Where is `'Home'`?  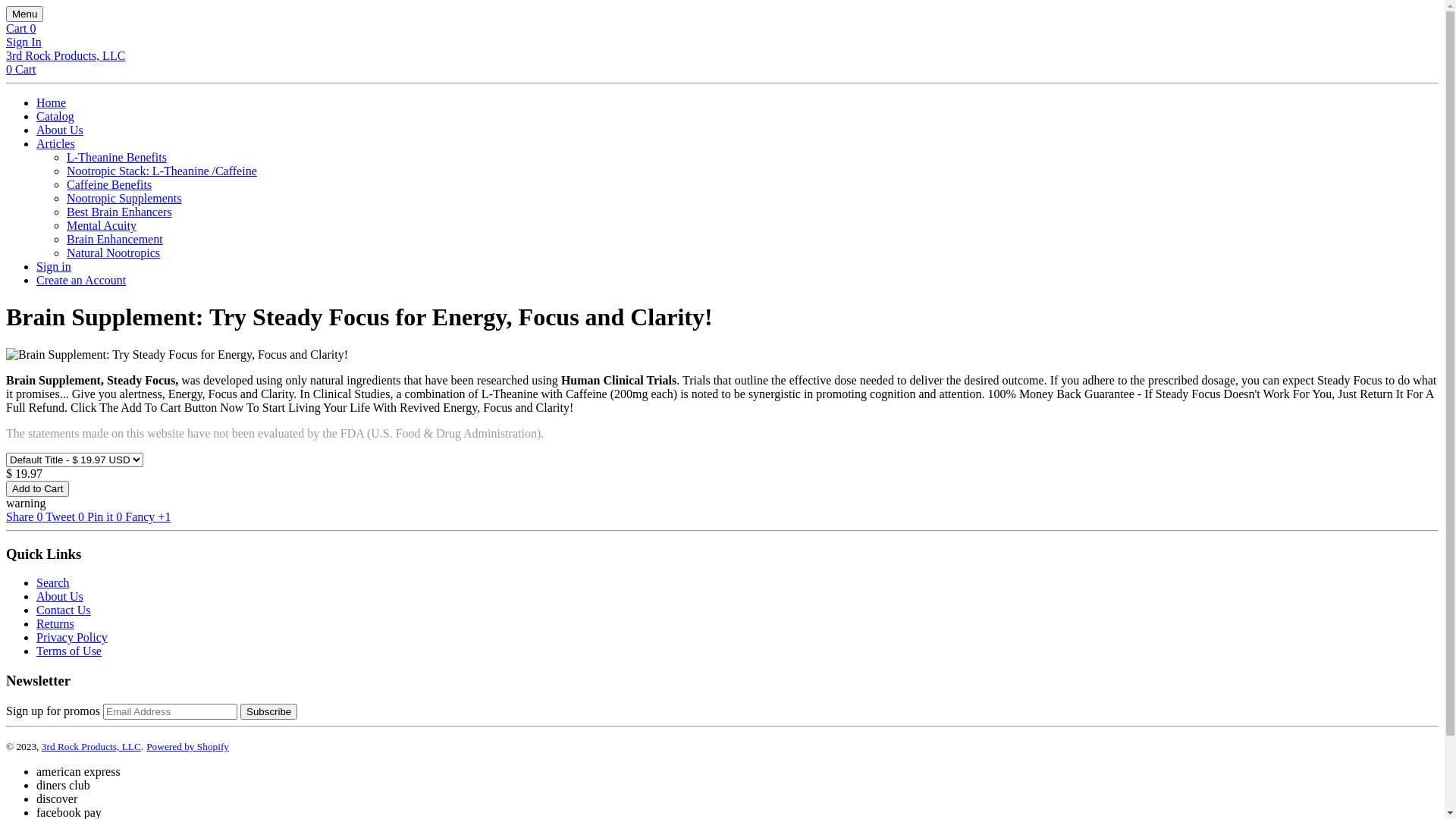 'Home' is located at coordinates (51, 102).